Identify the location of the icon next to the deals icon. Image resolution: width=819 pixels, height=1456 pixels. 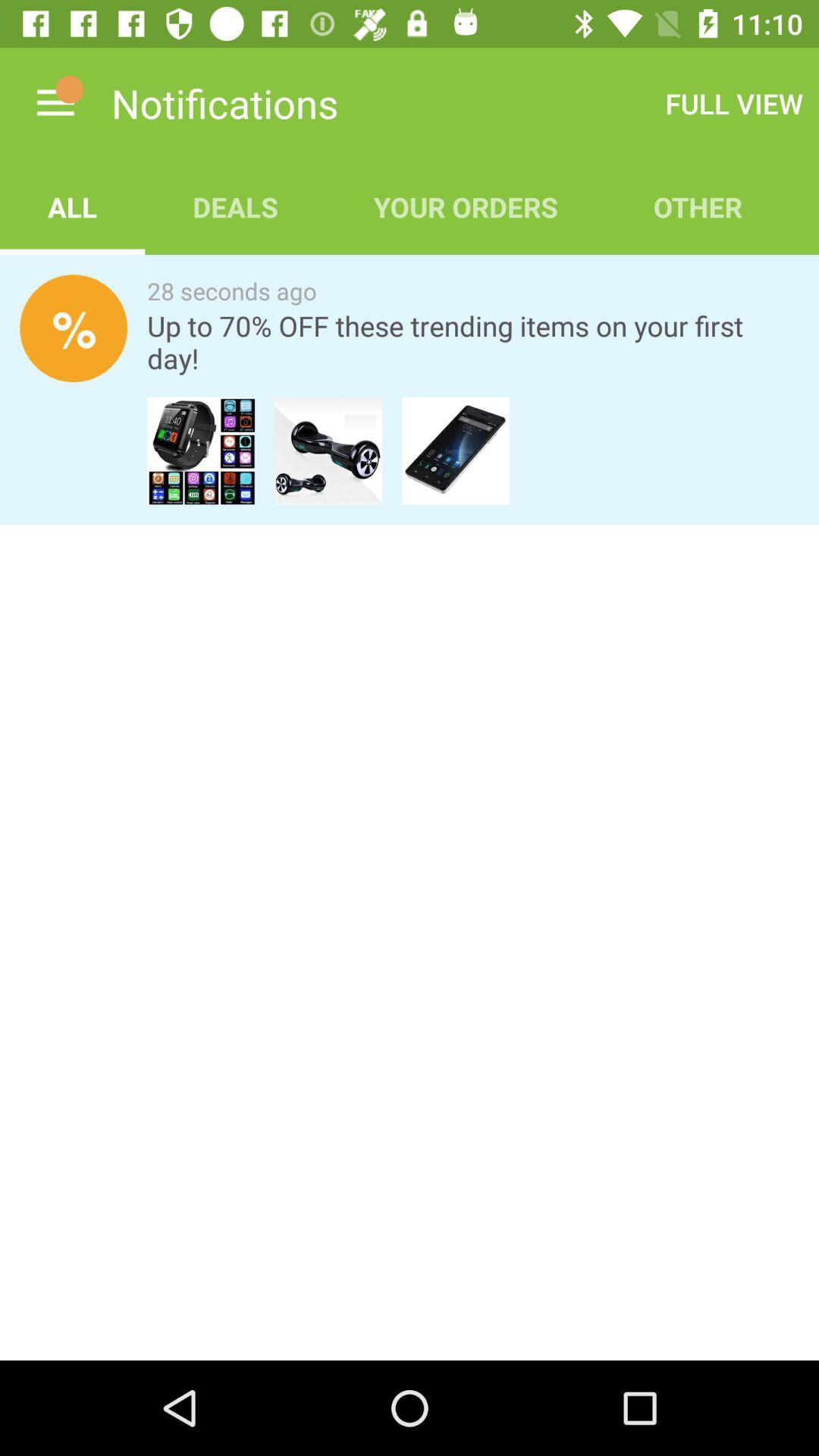
(72, 206).